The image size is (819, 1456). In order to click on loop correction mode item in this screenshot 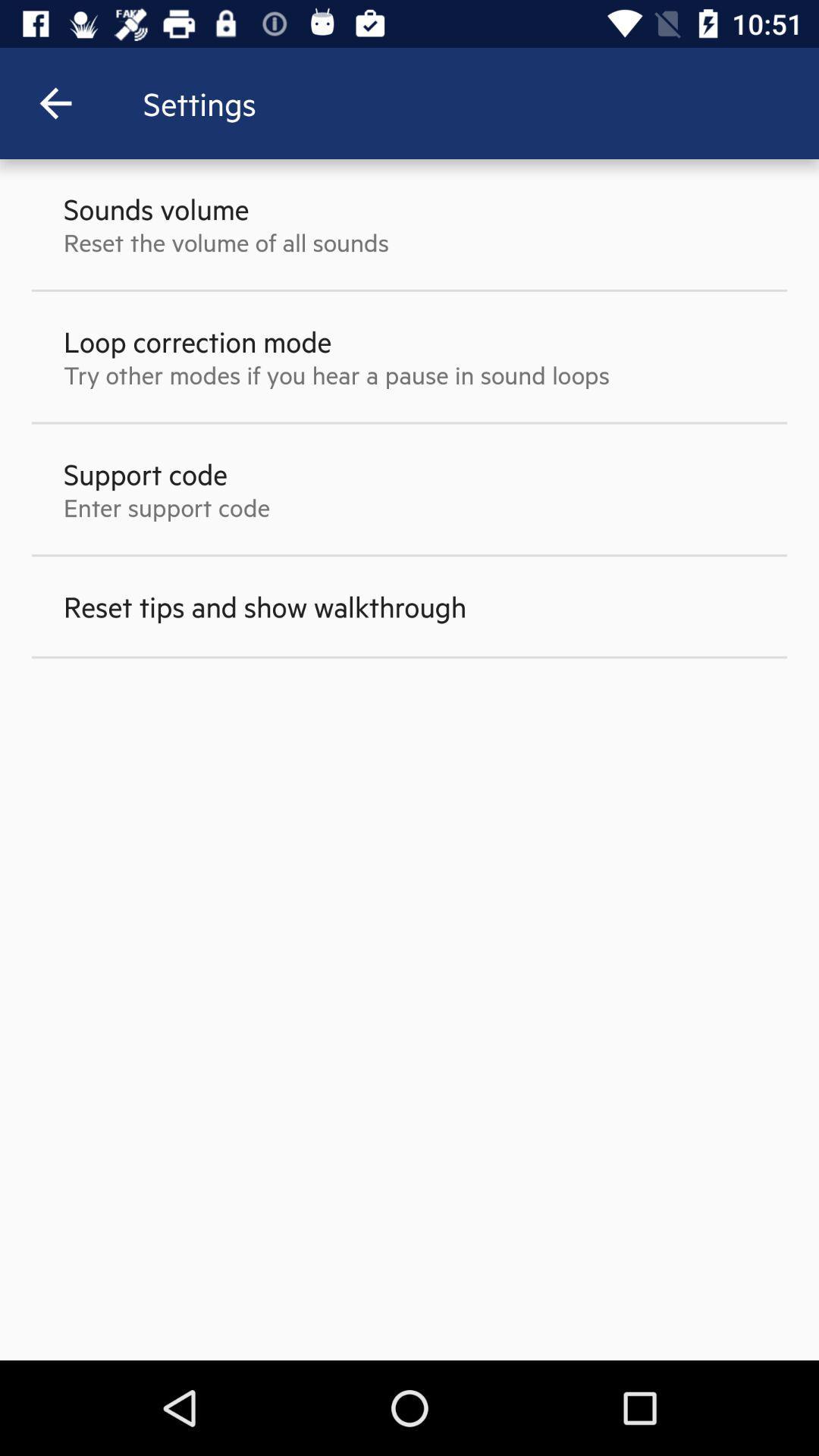, I will do `click(196, 340)`.